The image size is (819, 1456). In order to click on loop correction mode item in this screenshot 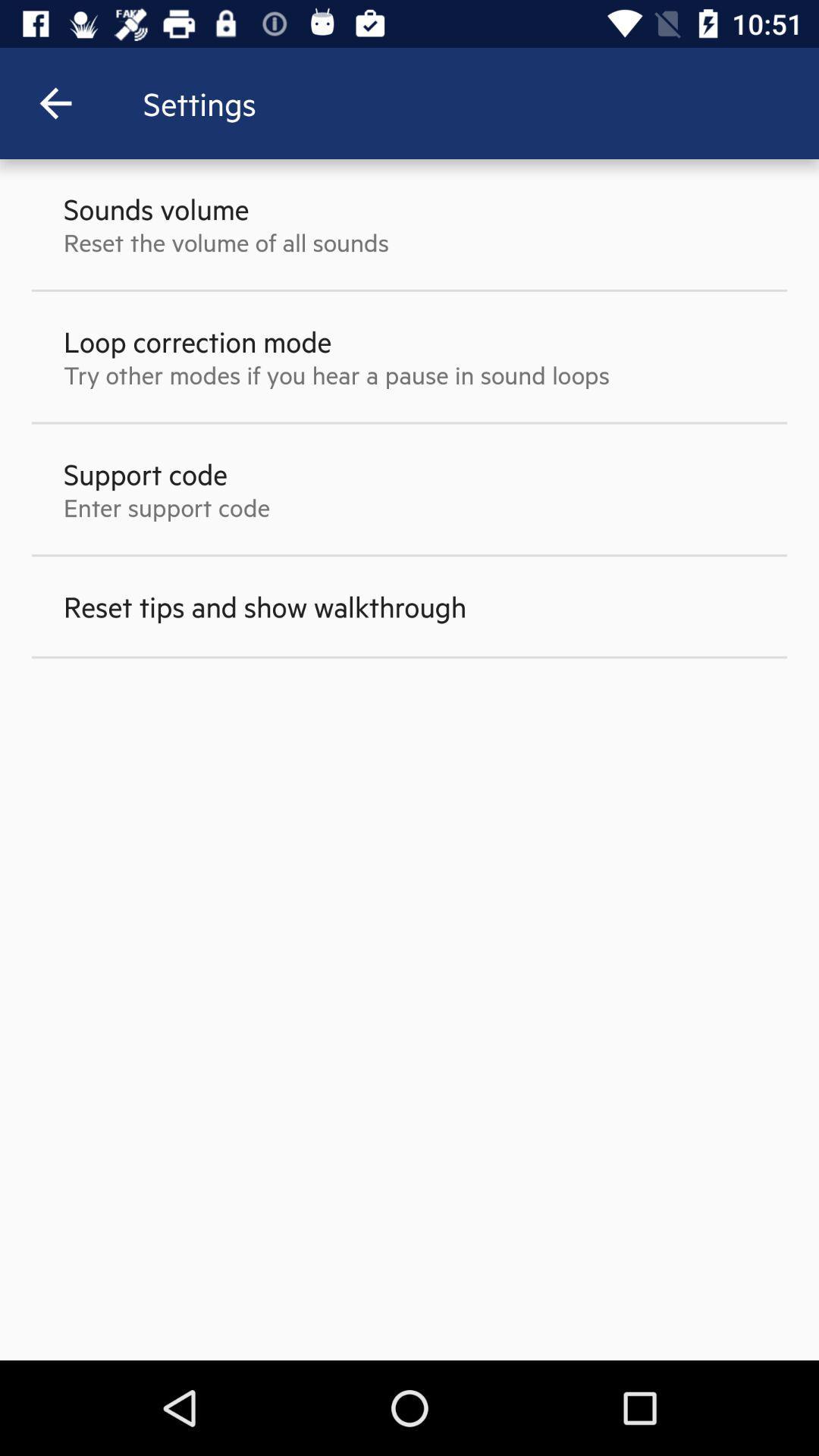, I will do `click(196, 340)`.